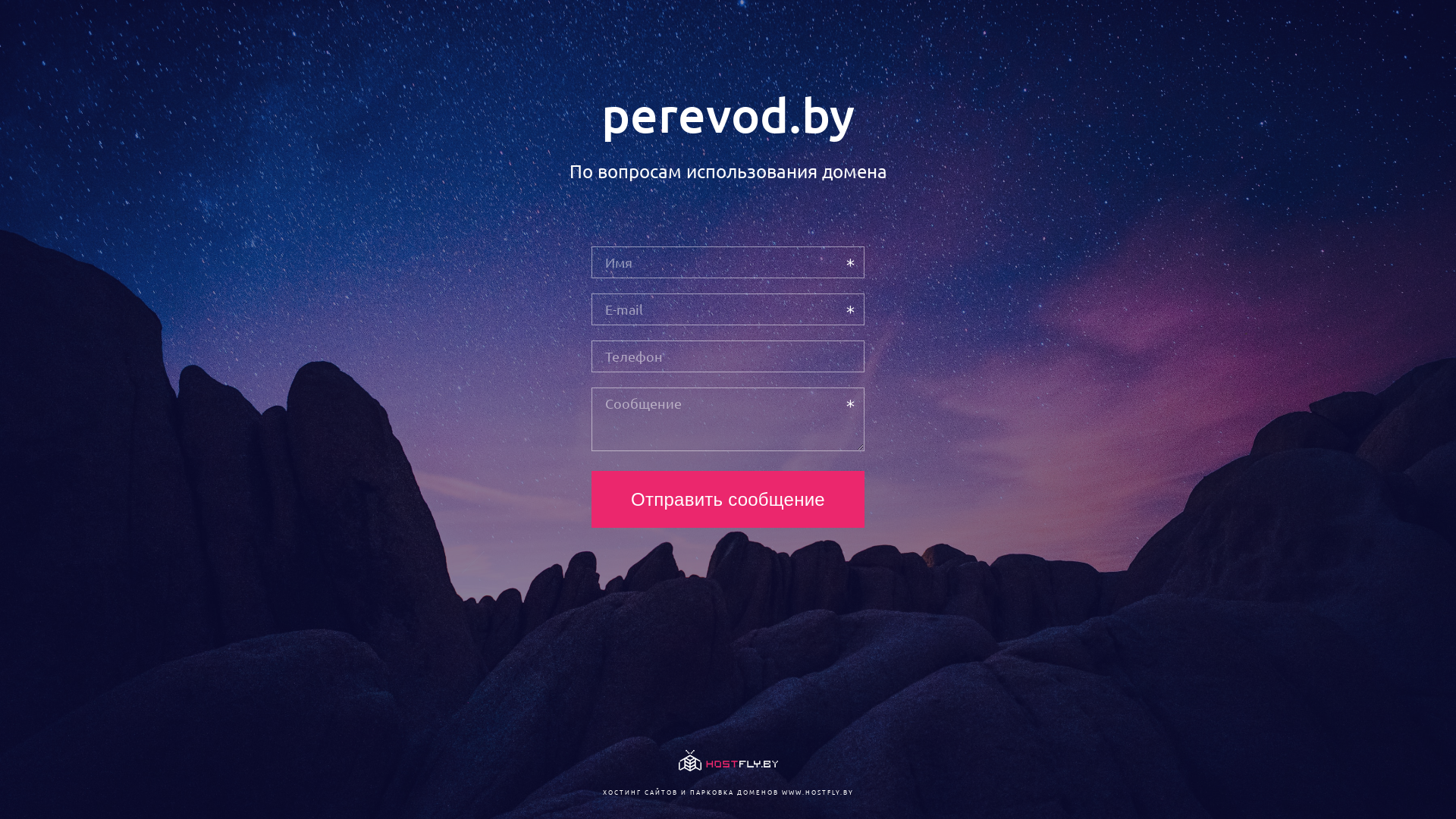  What do you see at coordinates (816, 791) in the screenshot?
I see `'WWW.HOSTFLY.BY'` at bounding box center [816, 791].